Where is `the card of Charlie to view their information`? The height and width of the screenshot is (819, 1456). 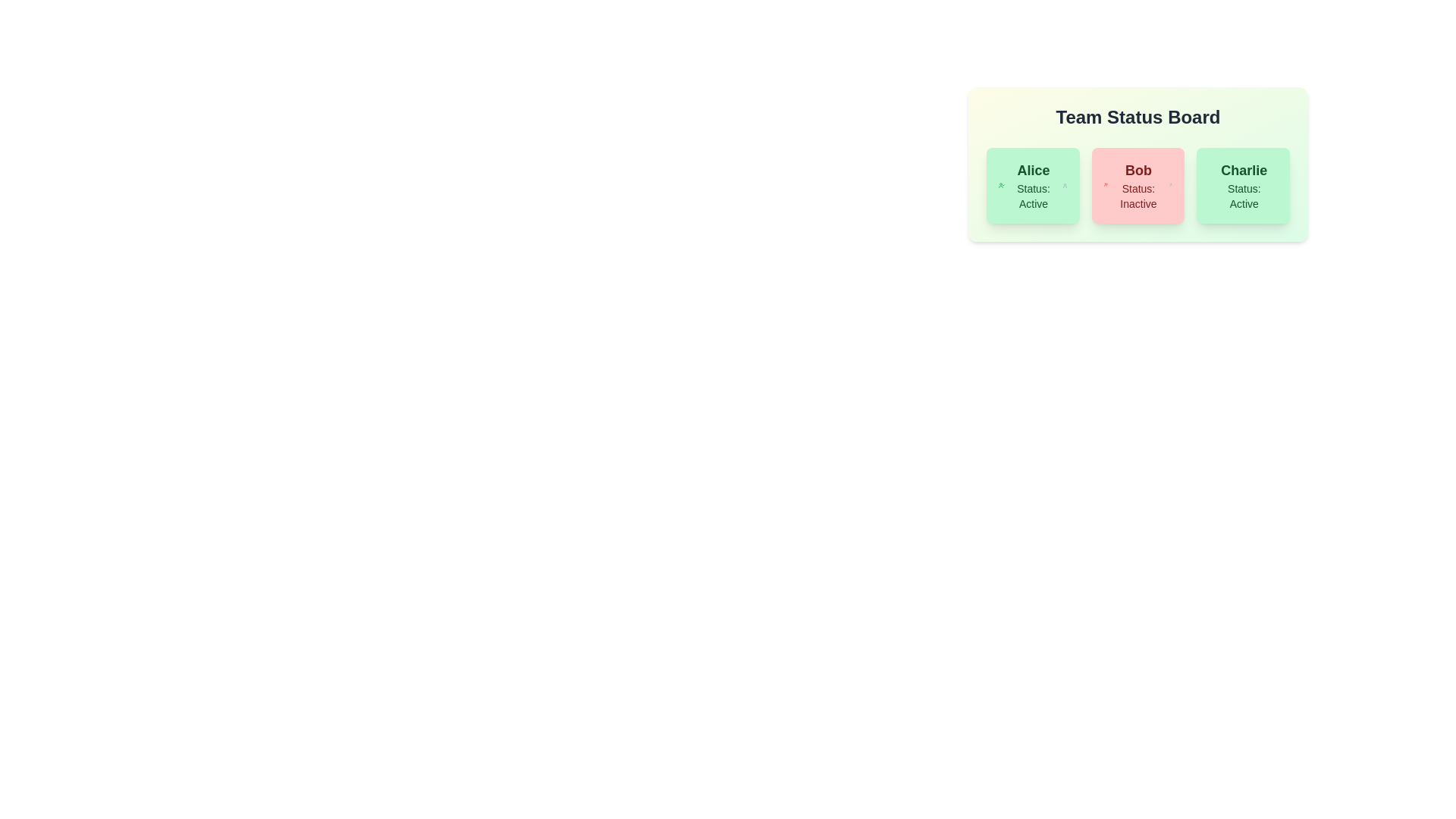
the card of Charlie to view their information is located at coordinates (1243, 185).